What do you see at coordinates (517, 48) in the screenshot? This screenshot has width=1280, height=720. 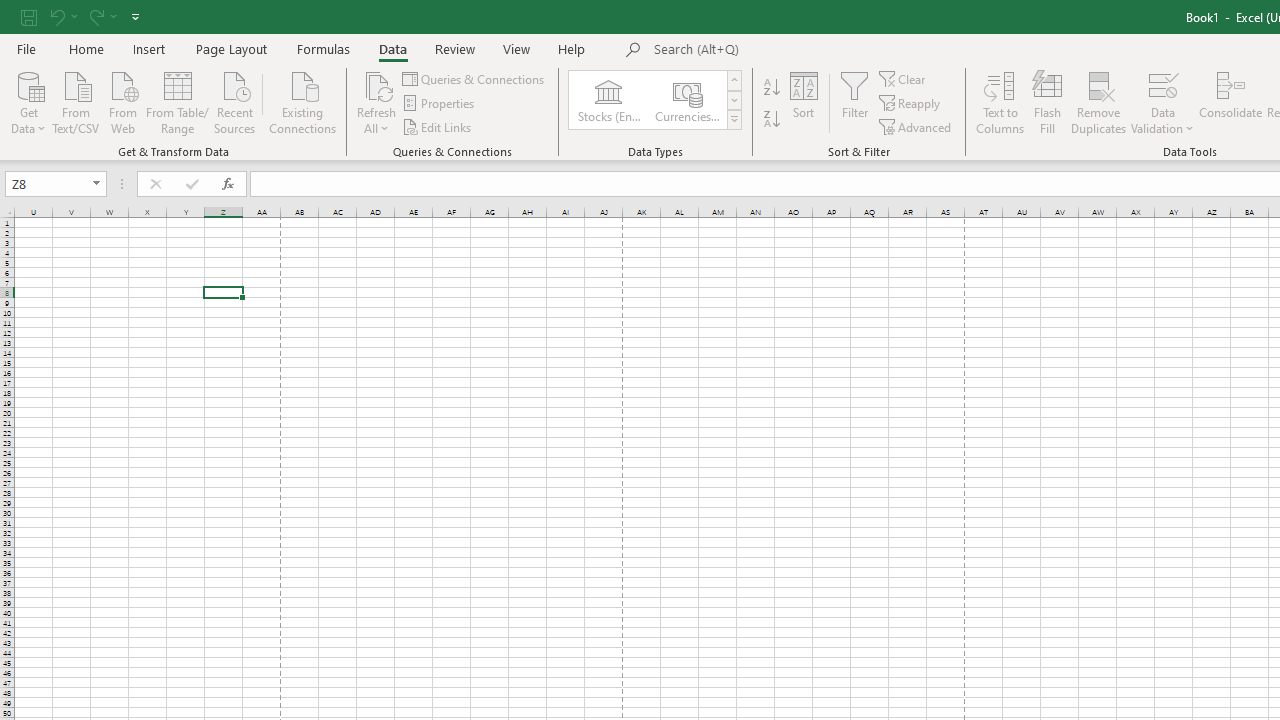 I see `'View'` at bounding box center [517, 48].